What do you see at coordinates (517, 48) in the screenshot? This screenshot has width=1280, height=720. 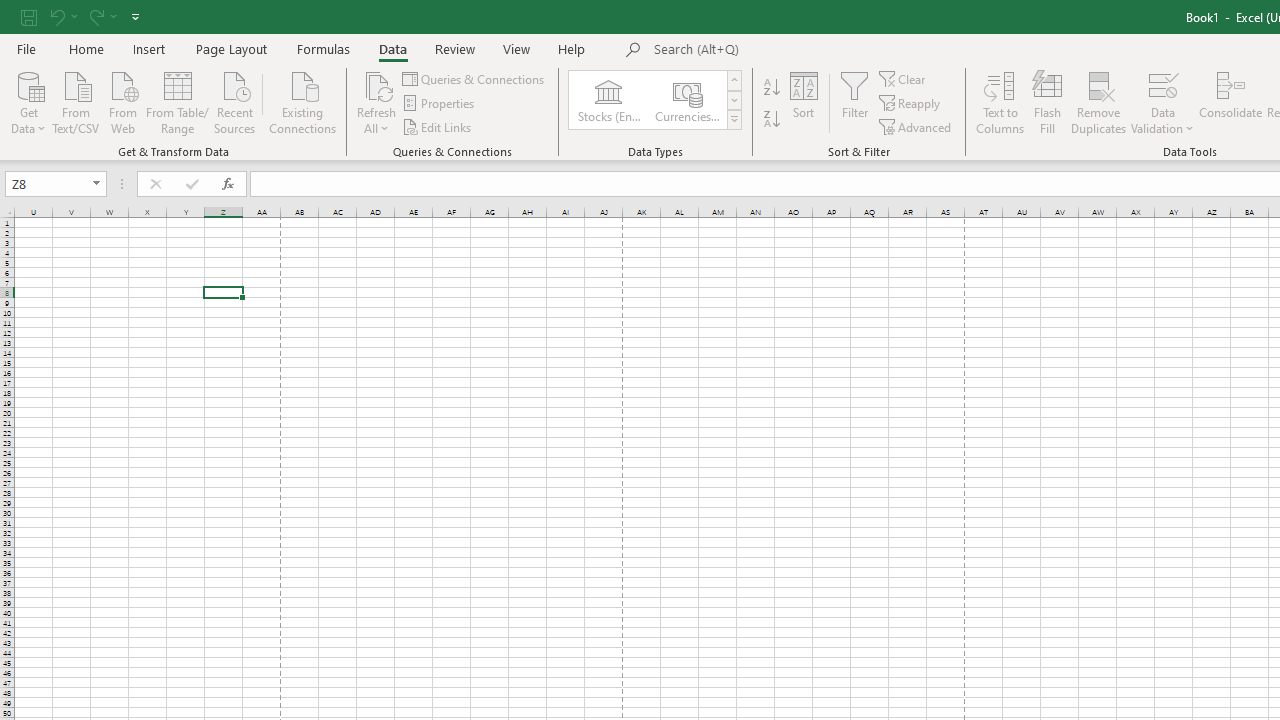 I see `'View'` at bounding box center [517, 48].